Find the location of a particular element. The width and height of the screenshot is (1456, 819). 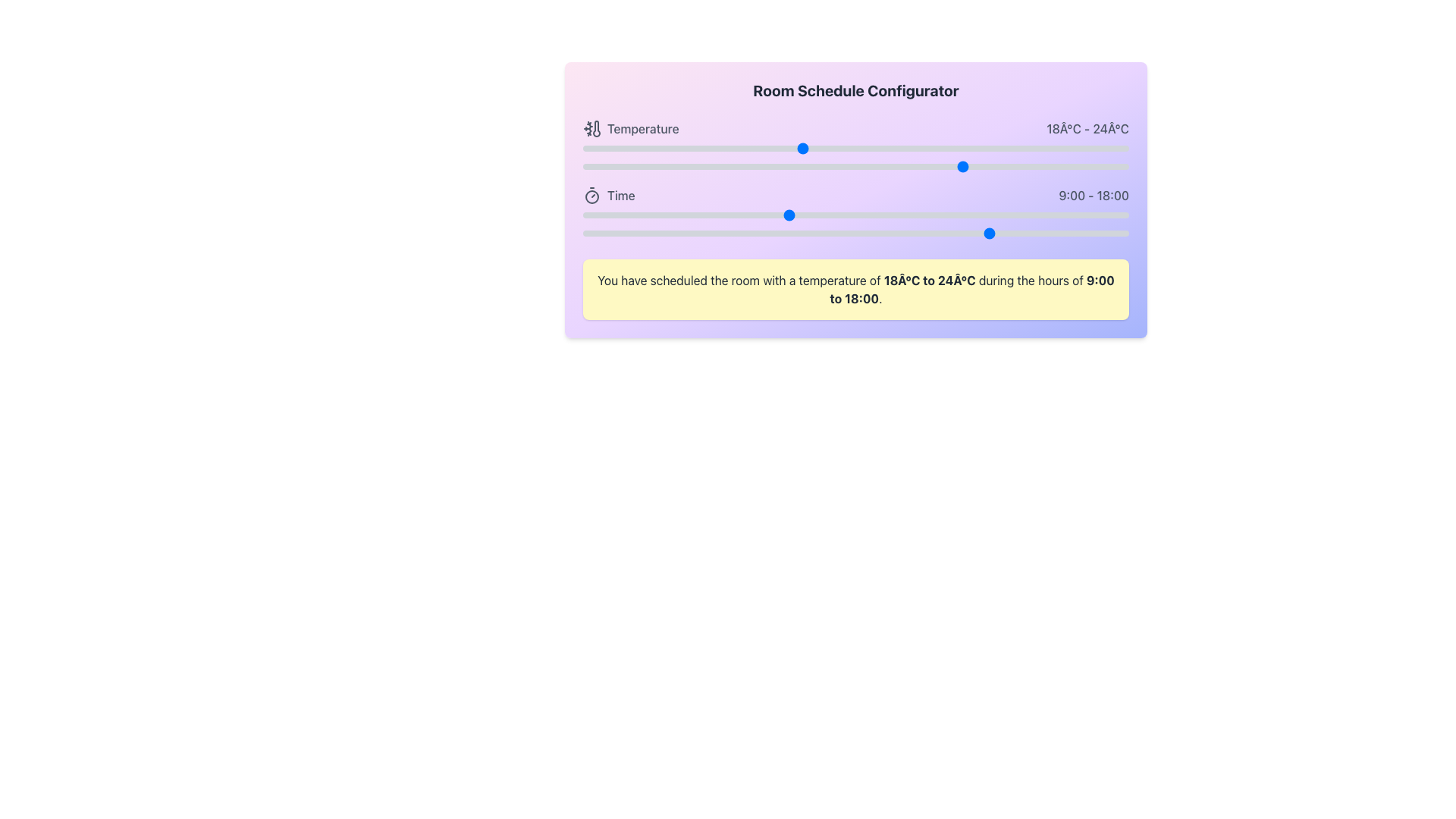

the read-only Text Display that shows the selected temperature range for the room, located in the upper-right section of the 'Room Schedule Configurator' box is located at coordinates (1087, 127).